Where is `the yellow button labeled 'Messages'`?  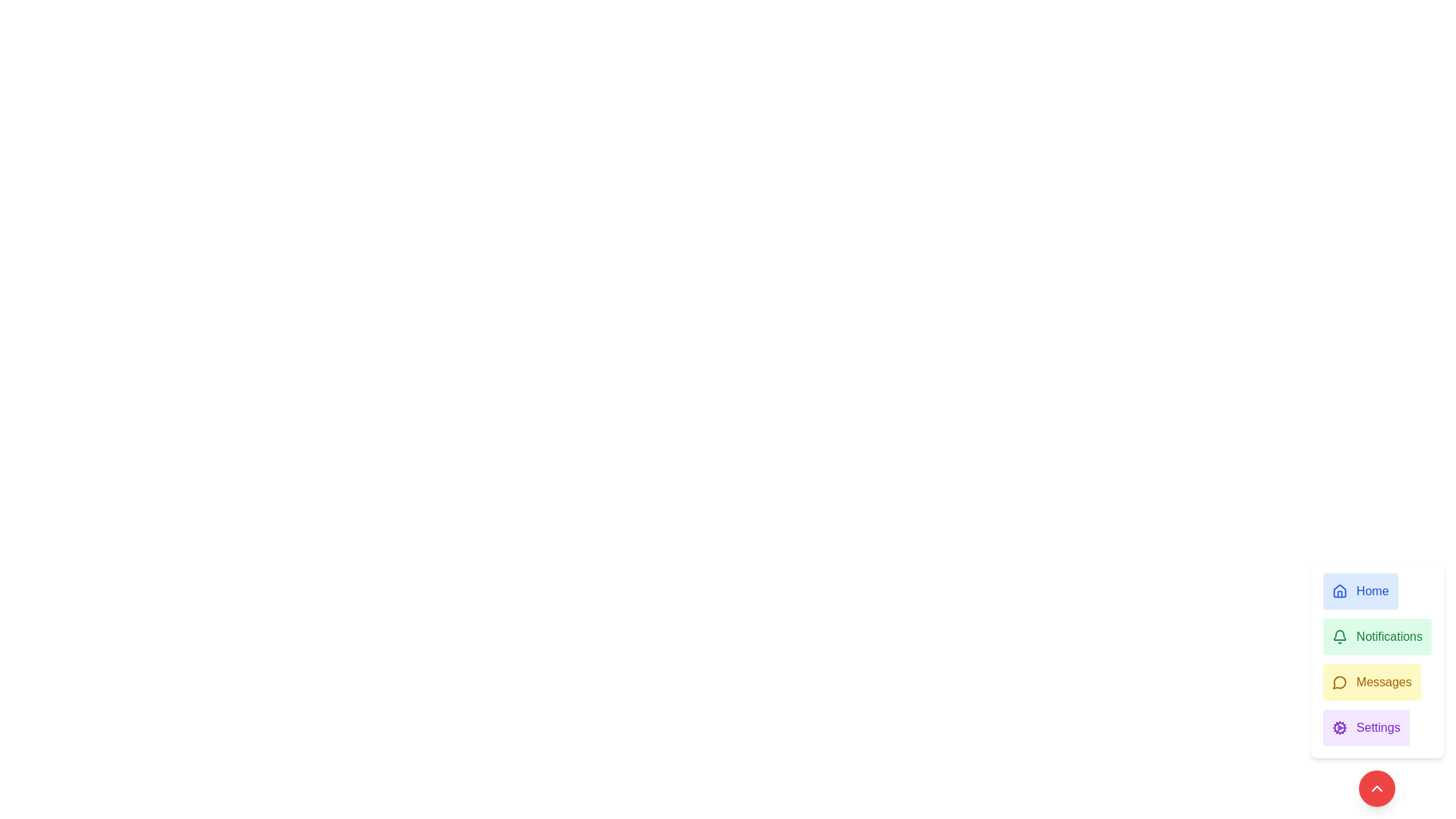
the yellow button labeled 'Messages' is located at coordinates (1372, 681).